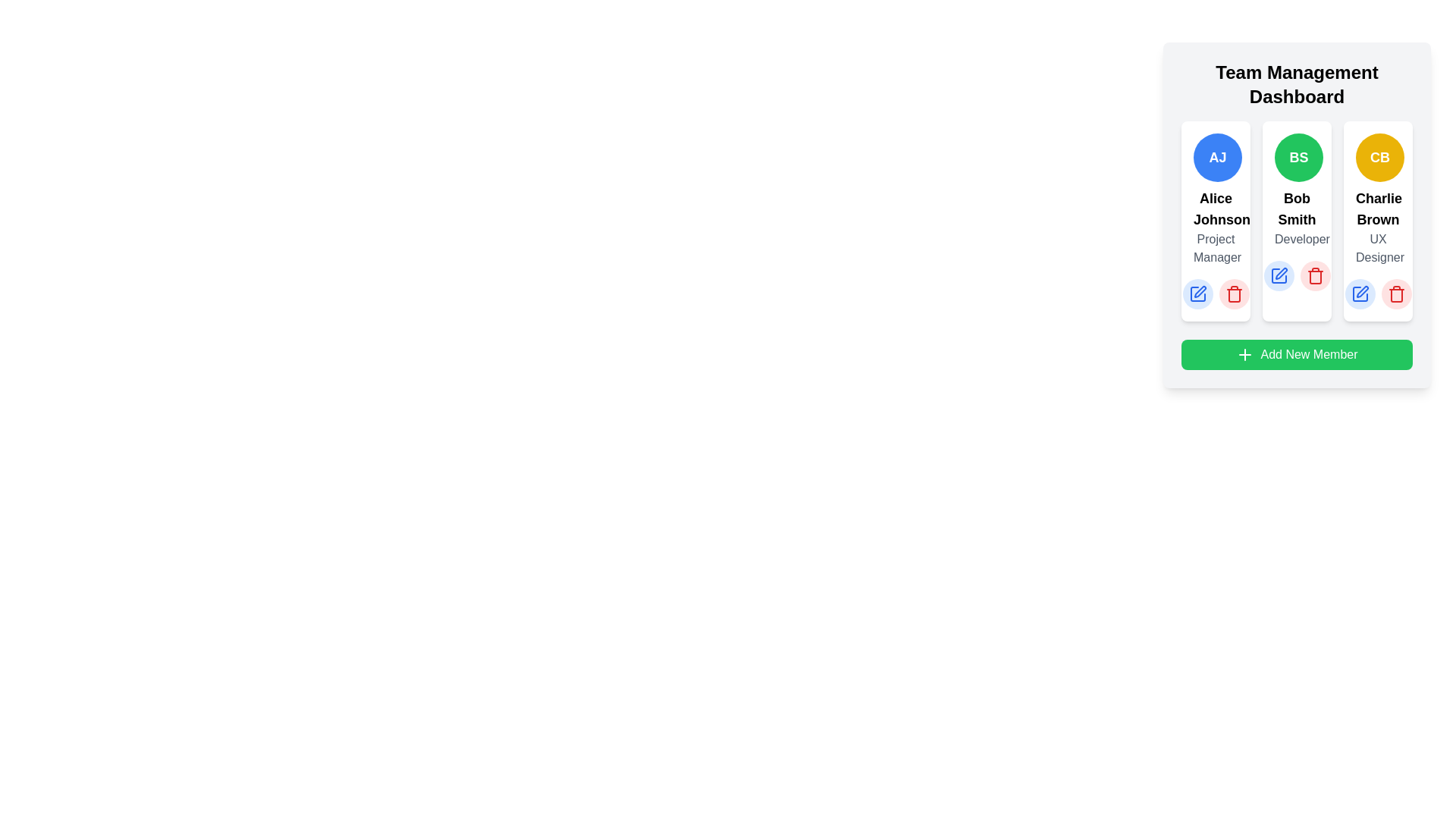  Describe the element at coordinates (1199, 292) in the screenshot. I see `the blue outlined pen icon button located in the bottom left corner of the 'Bob Smith' card on the 'Team Management Dashboard' to initiate editing` at that location.